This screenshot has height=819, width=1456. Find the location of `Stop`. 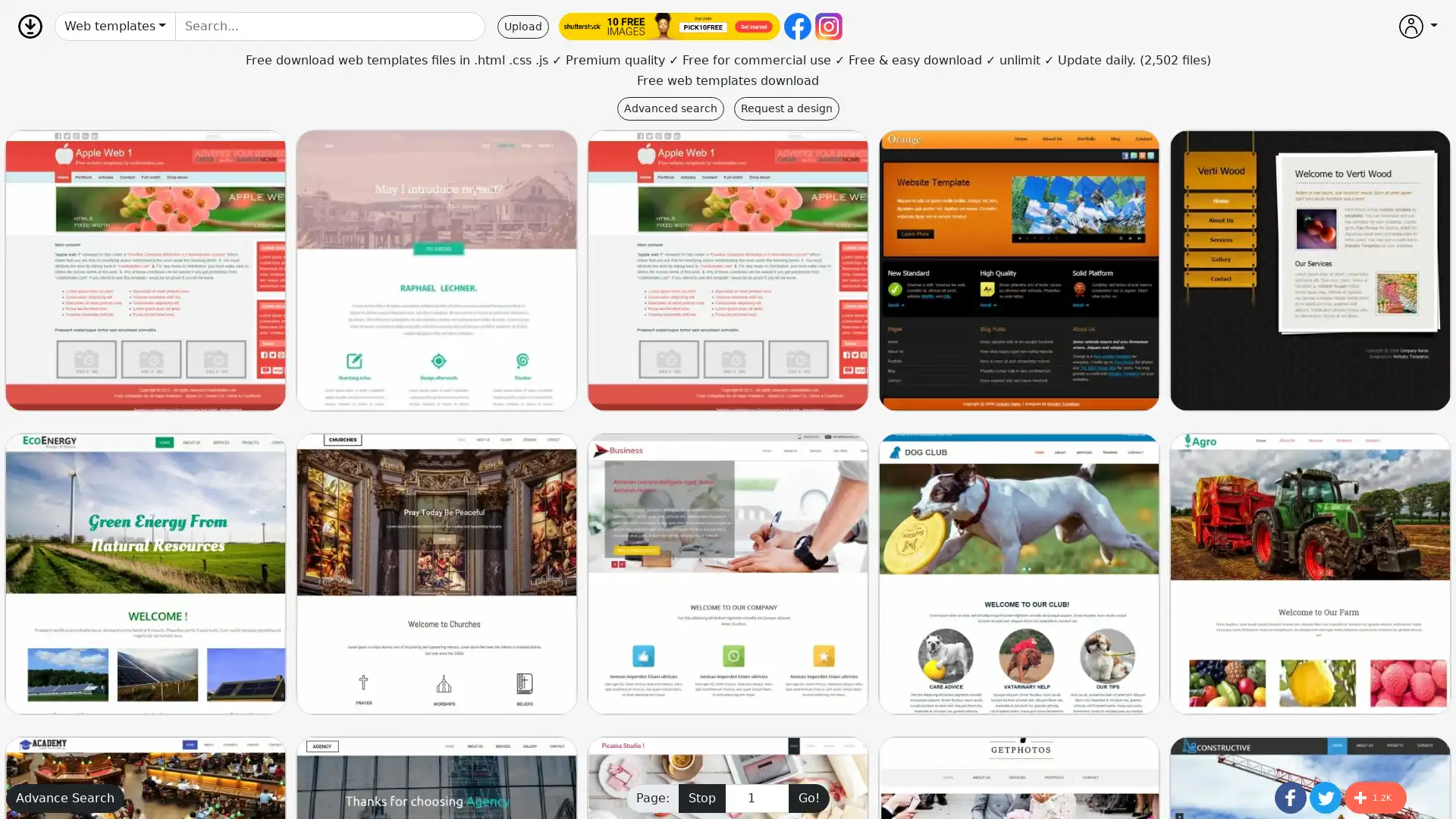

Stop is located at coordinates (701, 798).